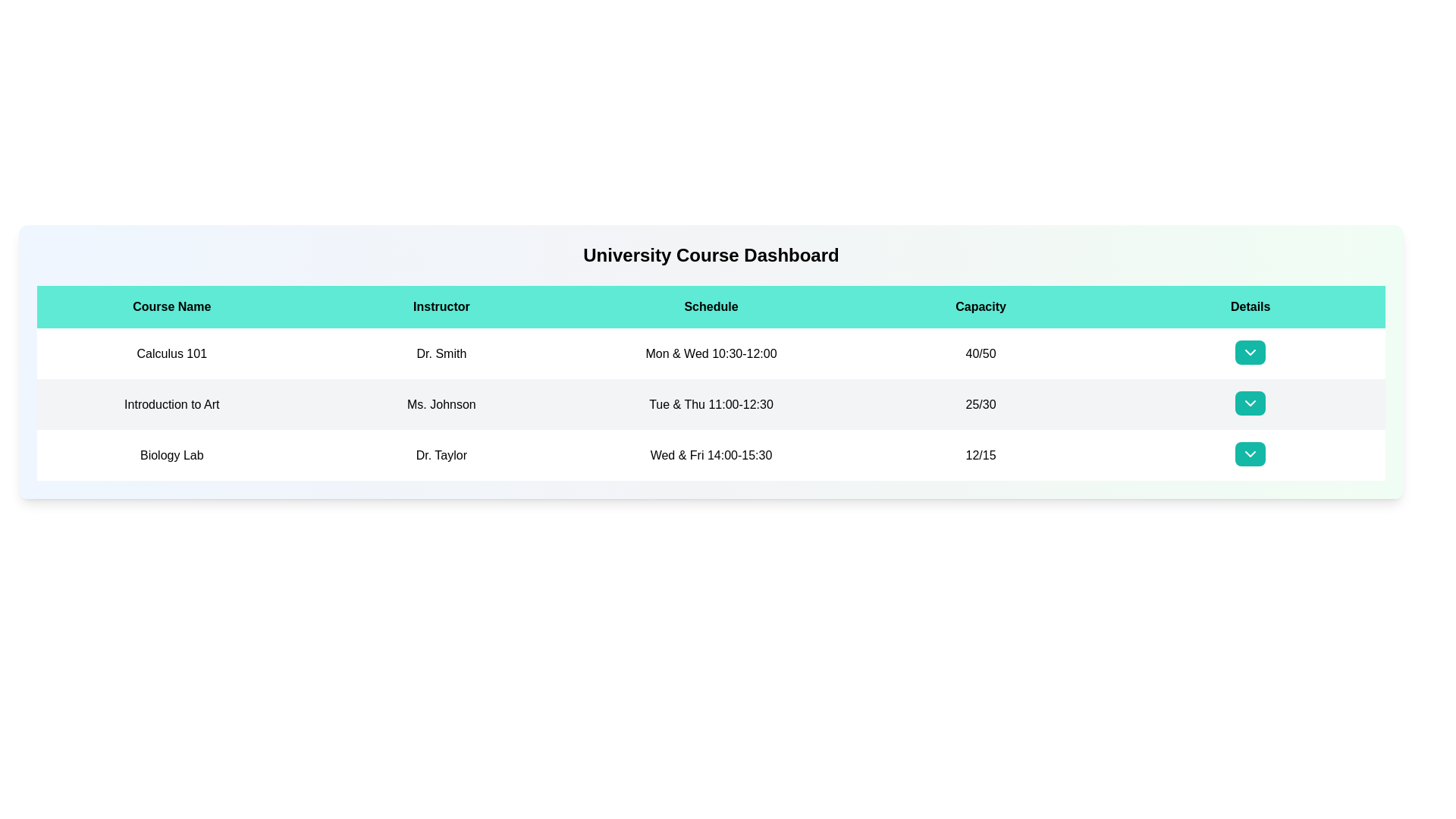 Image resolution: width=1456 pixels, height=819 pixels. Describe the element at coordinates (1250, 403) in the screenshot. I see `the downward-pointing chevron icon in the 'Details' column of the second row for 'Introduction to Art'` at that location.